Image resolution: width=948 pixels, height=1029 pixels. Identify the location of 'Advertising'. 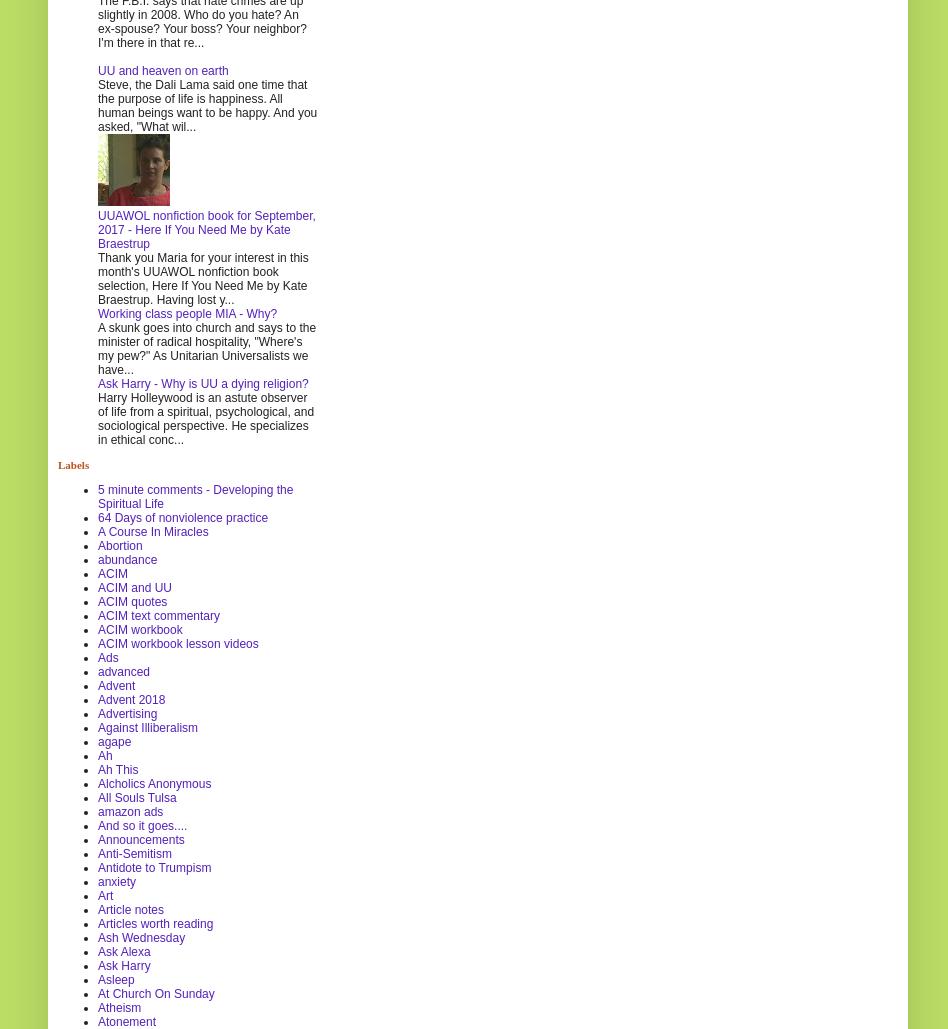
(126, 711).